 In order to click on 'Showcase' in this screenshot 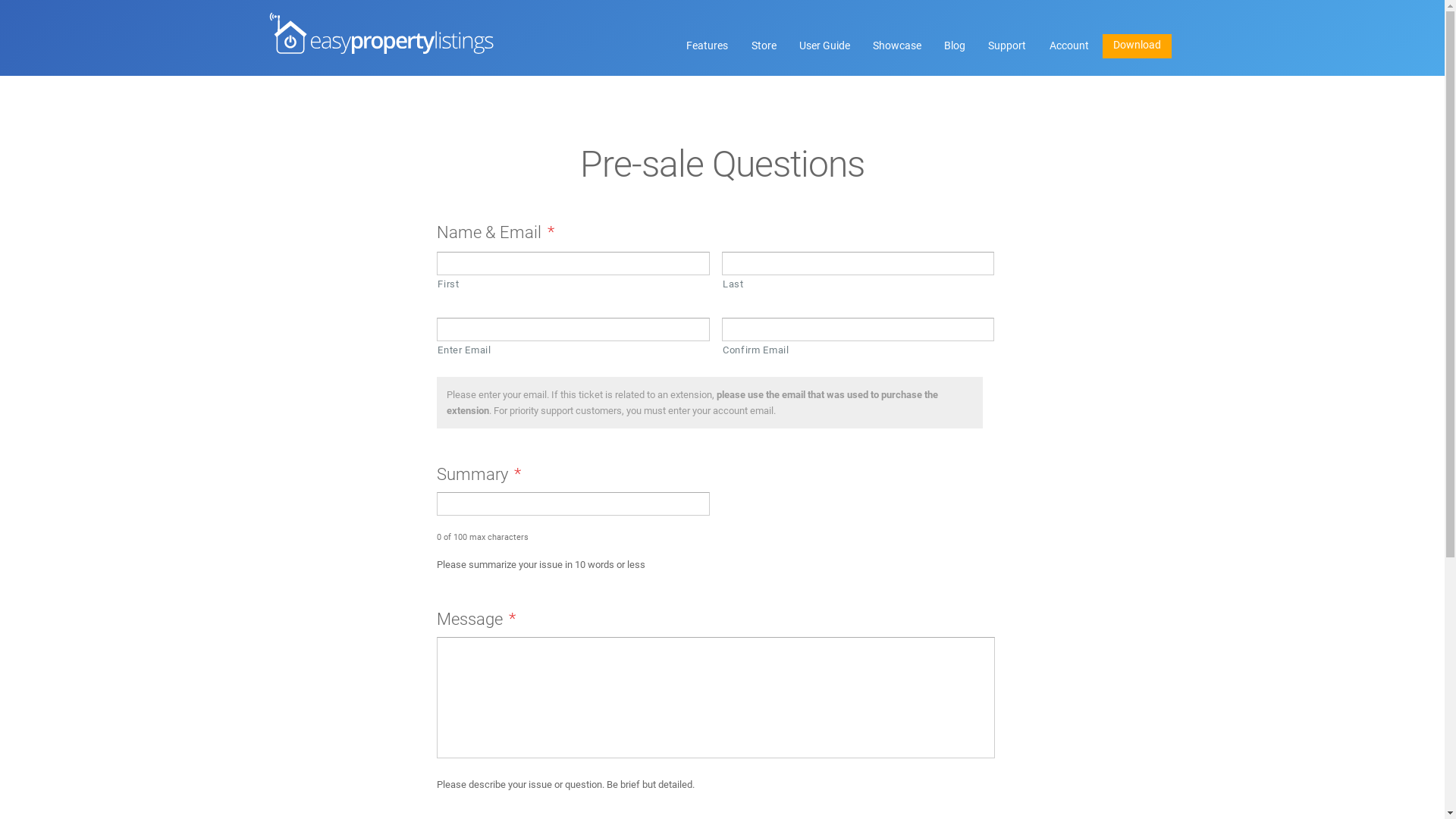, I will do `click(896, 45)`.